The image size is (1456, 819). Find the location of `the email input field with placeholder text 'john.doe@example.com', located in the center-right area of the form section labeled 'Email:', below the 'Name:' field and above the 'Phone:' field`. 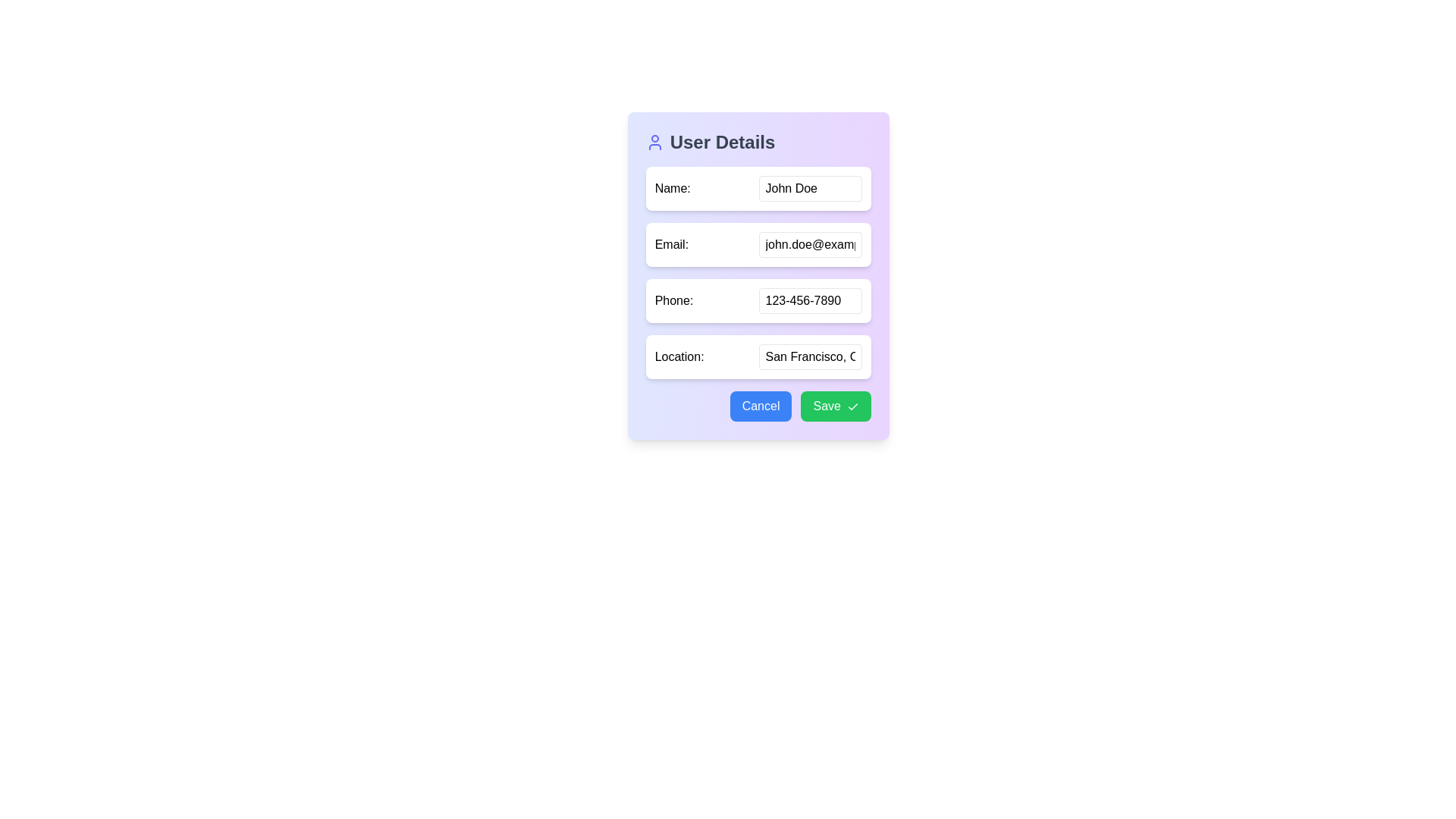

the email input field with placeholder text 'john.doe@example.com', located in the center-right area of the form section labeled 'Email:', below the 'Name:' field and above the 'Phone:' field is located at coordinates (809, 244).